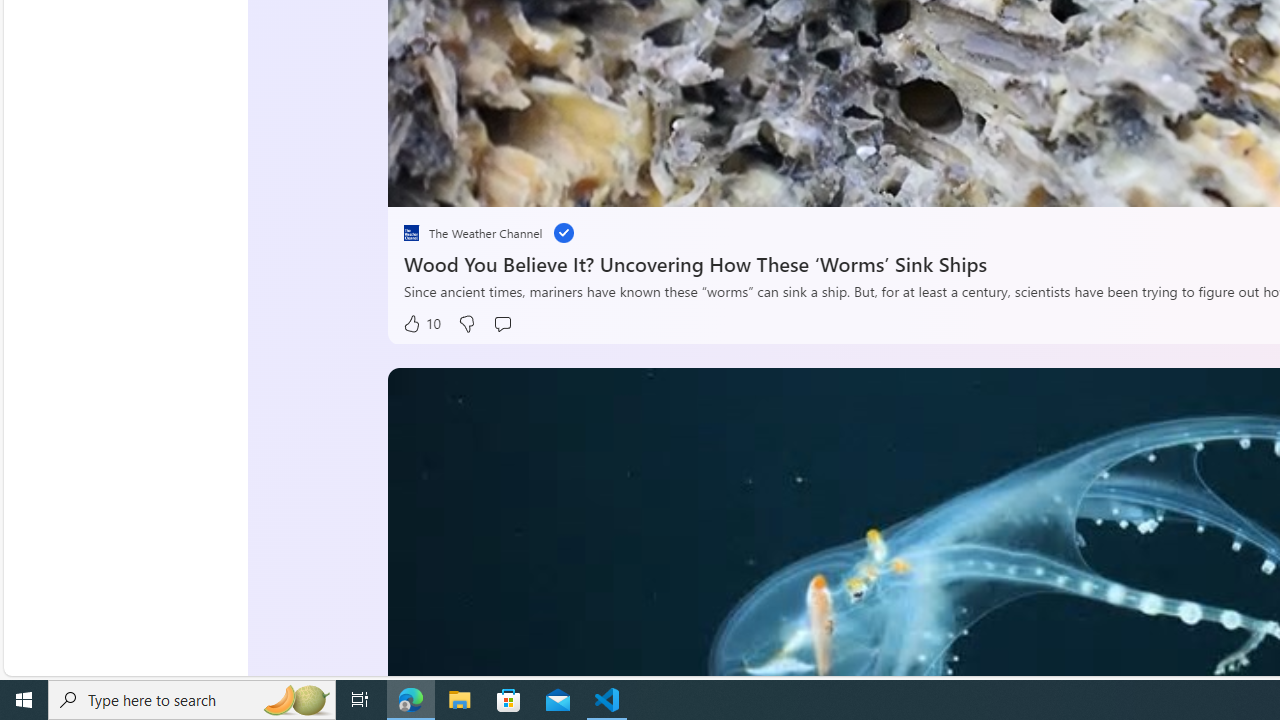 This screenshot has width=1280, height=720. What do you see at coordinates (411, 232) in the screenshot?
I see `'placeholder'` at bounding box center [411, 232].